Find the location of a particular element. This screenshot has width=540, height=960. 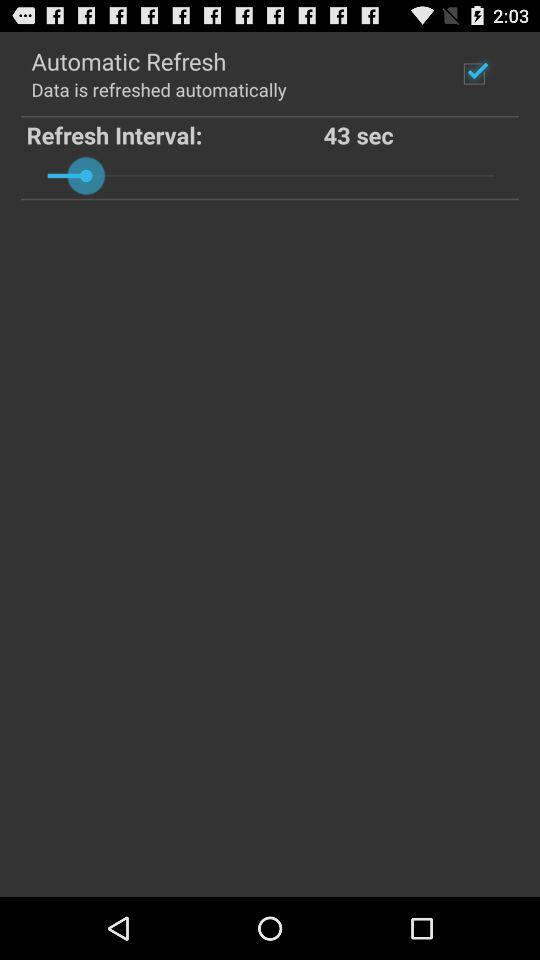

item to the right of data is refreshed is located at coordinates (473, 73).